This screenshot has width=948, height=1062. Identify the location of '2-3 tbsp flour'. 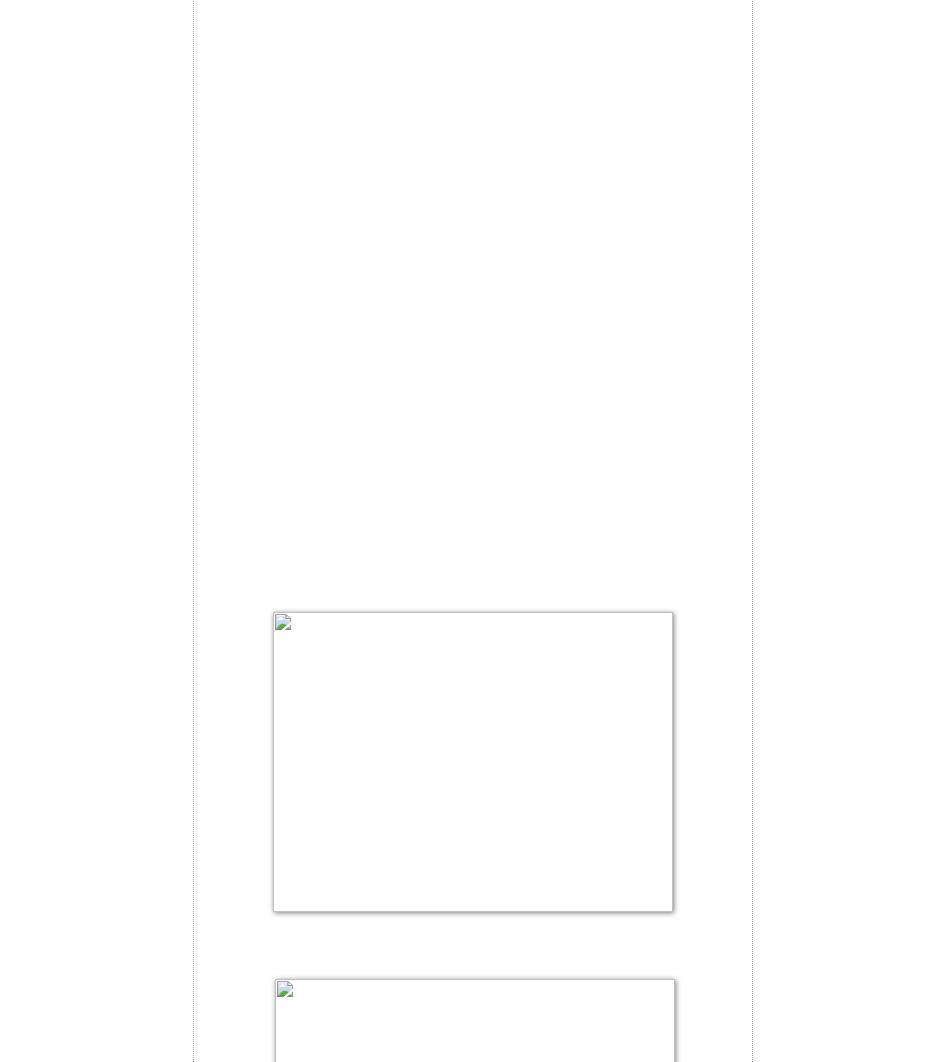
(250, 7).